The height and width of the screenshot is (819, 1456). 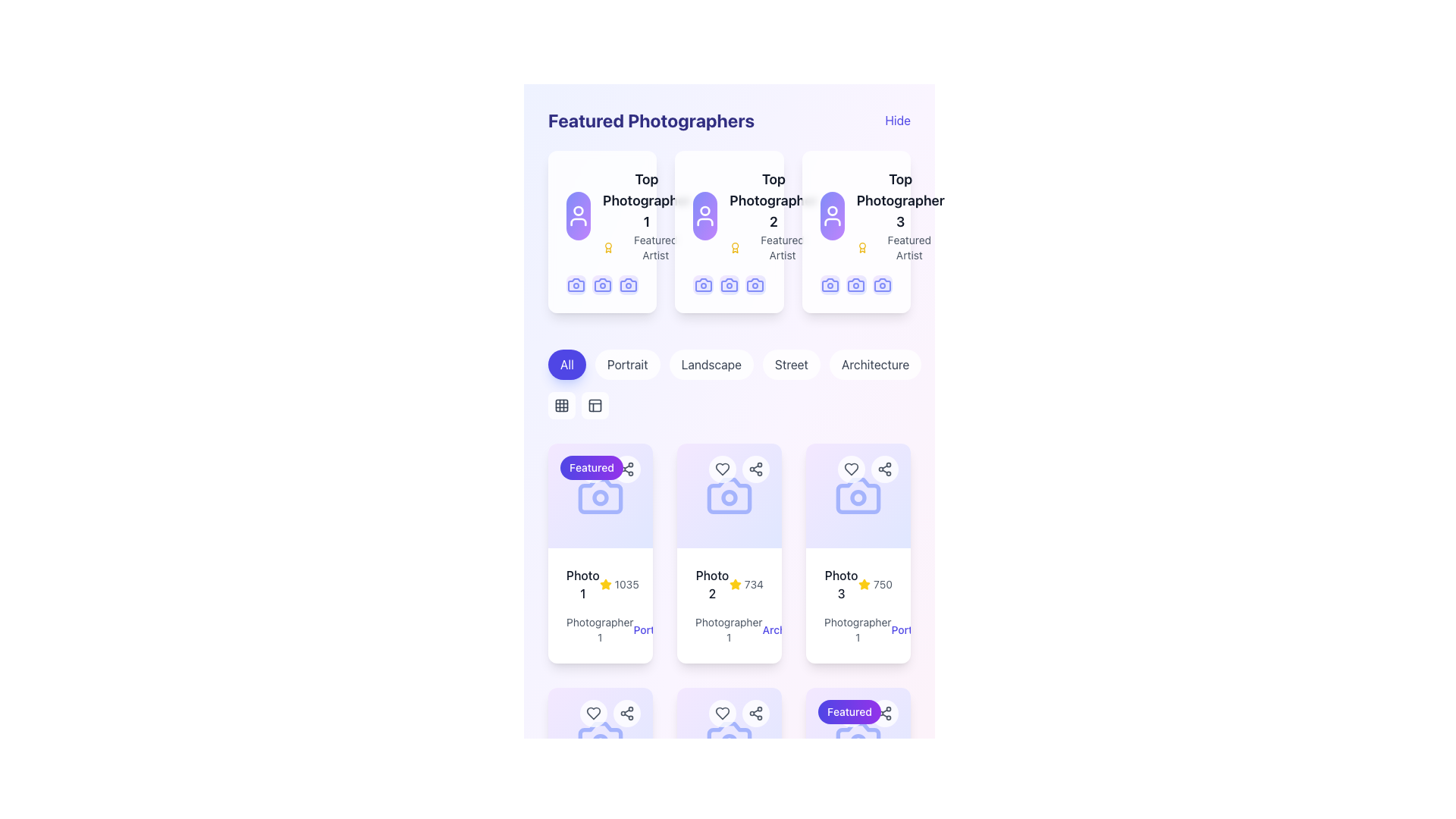 I want to click on the text label 'Portrait', which is styled in indigo color and medium font weight, located next to 'Photographer 1' on the first card in the second row of the grid layout, so click(x=652, y=630).